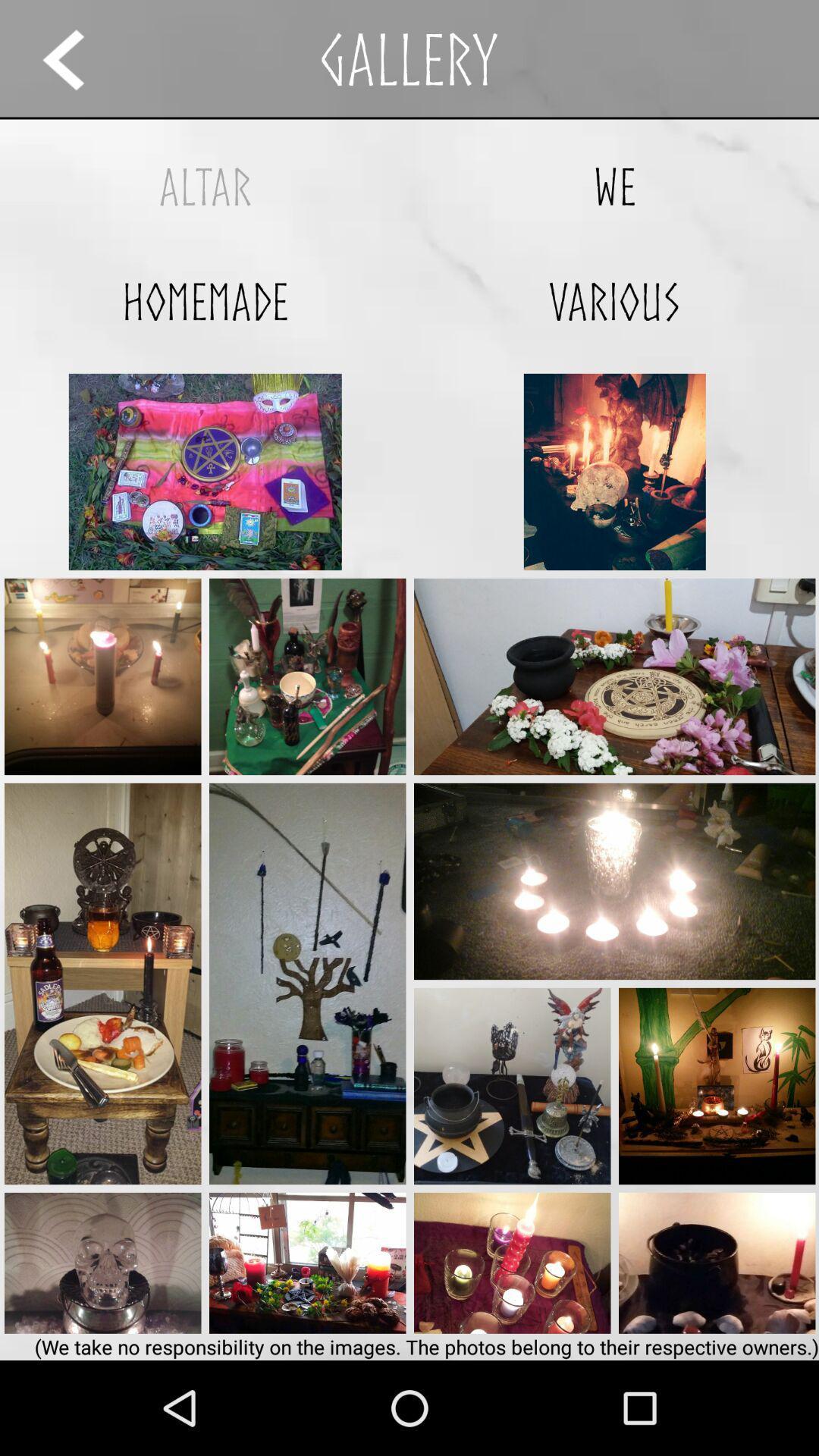 This screenshot has height=1456, width=819. I want to click on various item, so click(614, 301).